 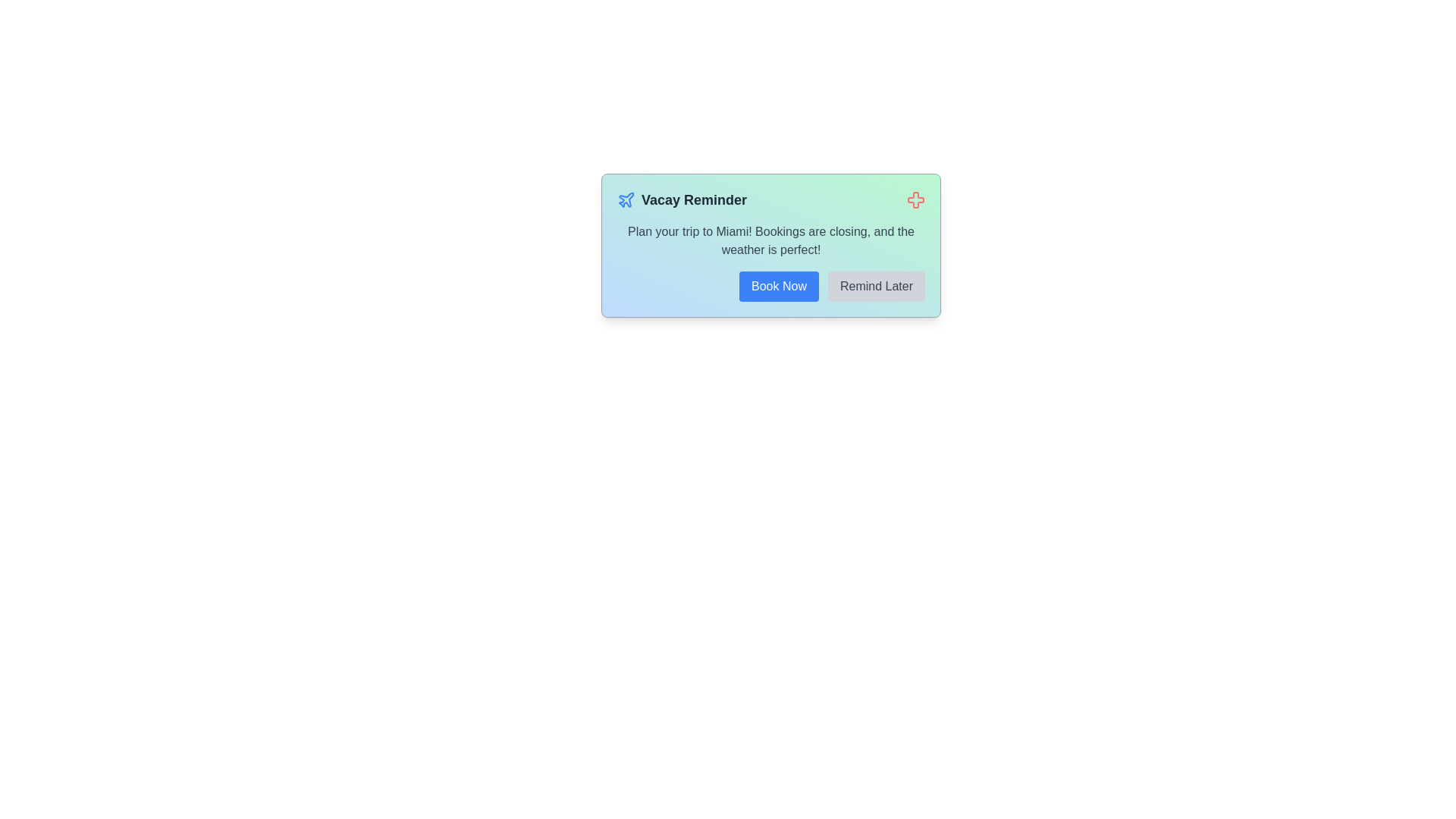 What do you see at coordinates (877, 287) in the screenshot?
I see `the 'Remind Later' button, which is a light gray button with black text located at the bottom right corner of the notification card` at bounding box center [877, 287].